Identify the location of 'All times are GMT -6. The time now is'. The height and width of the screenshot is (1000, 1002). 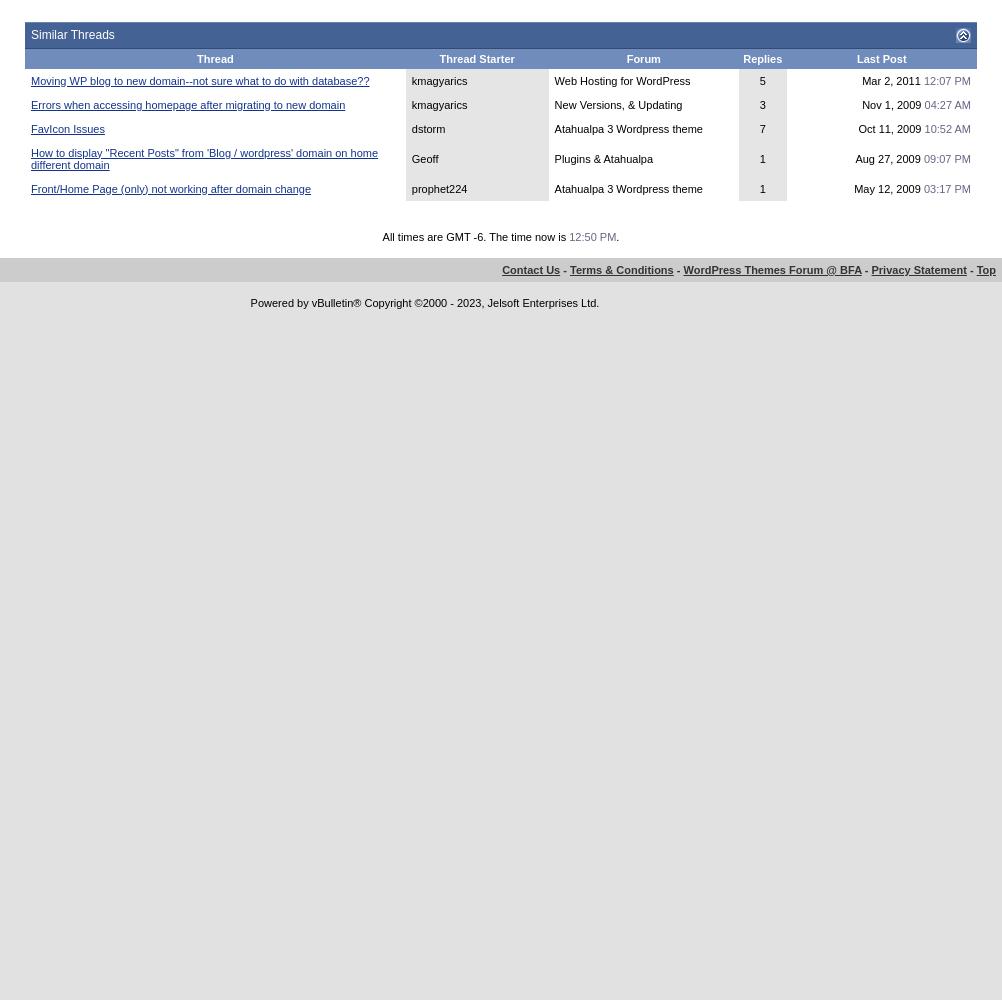
(474, 235).